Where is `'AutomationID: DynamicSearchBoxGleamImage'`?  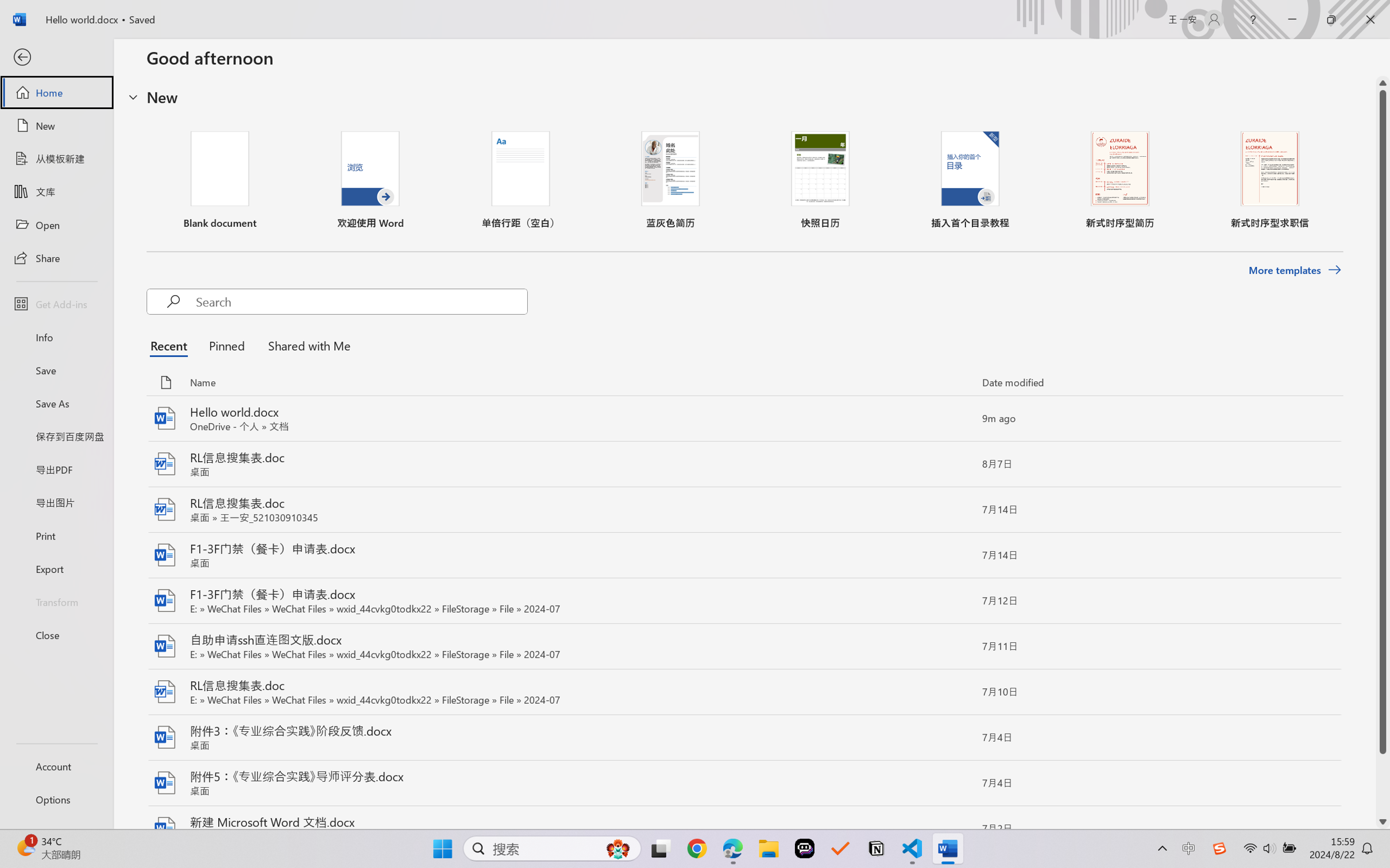 'AutomationID: DynamicSearchBoxGleamImage' is located at coordinates (618, 848).